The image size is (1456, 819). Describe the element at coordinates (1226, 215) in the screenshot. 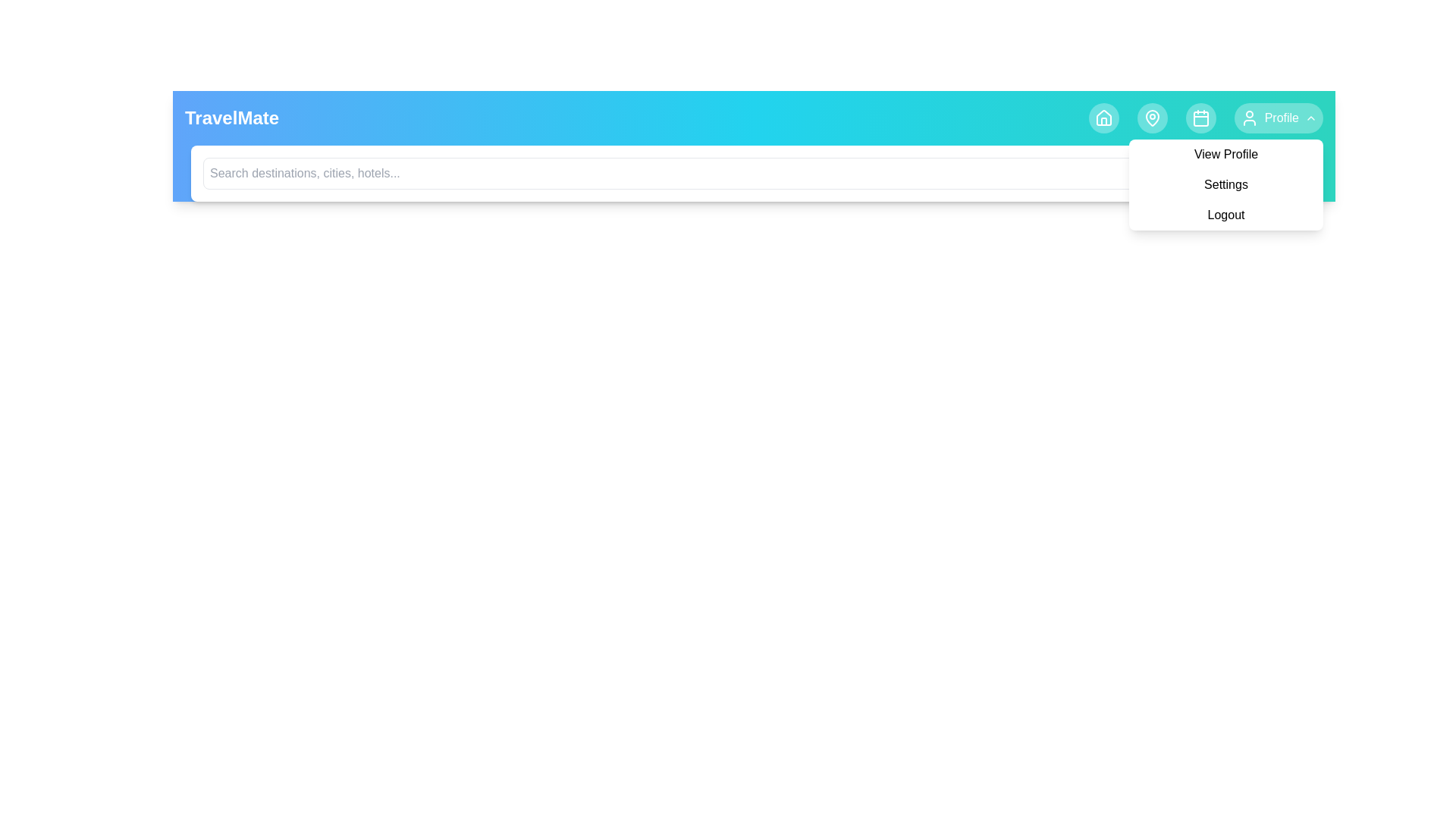

I see `the Logout from the profile menu` at that location.